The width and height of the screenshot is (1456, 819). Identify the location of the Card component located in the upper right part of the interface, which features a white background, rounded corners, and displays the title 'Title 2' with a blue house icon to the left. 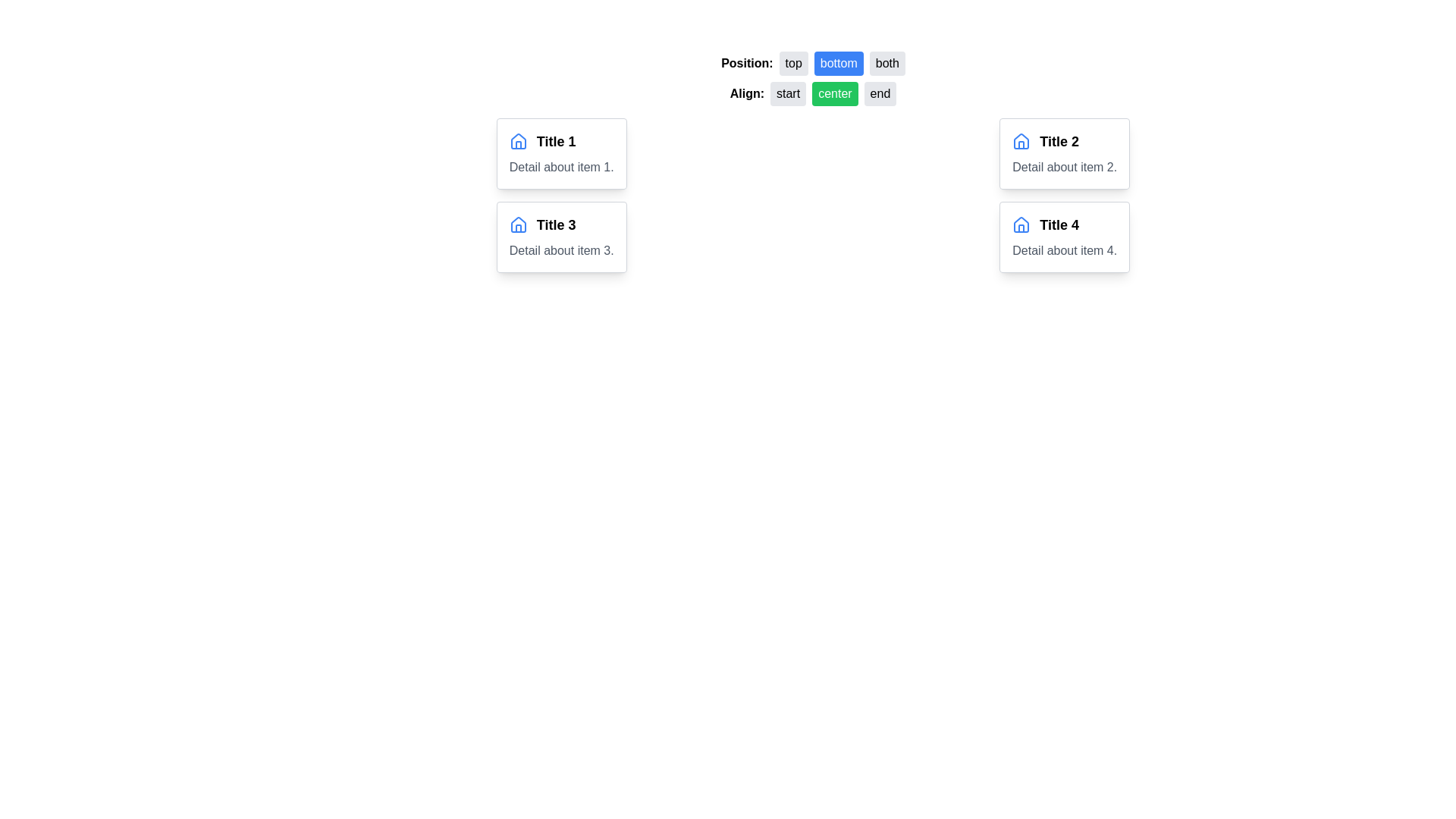
(1064, 154).